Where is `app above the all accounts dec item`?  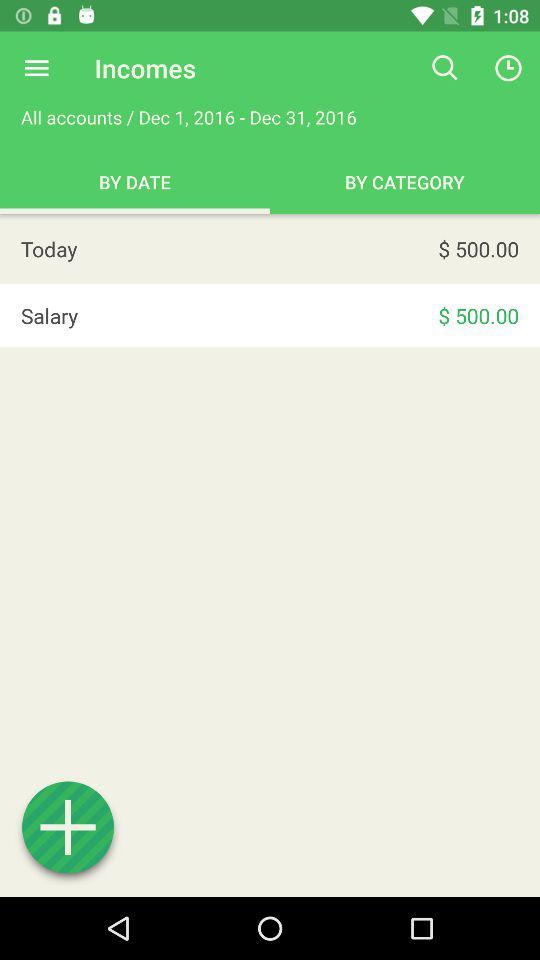 app above the all accounts dec item is located at coordinates (36, 68).